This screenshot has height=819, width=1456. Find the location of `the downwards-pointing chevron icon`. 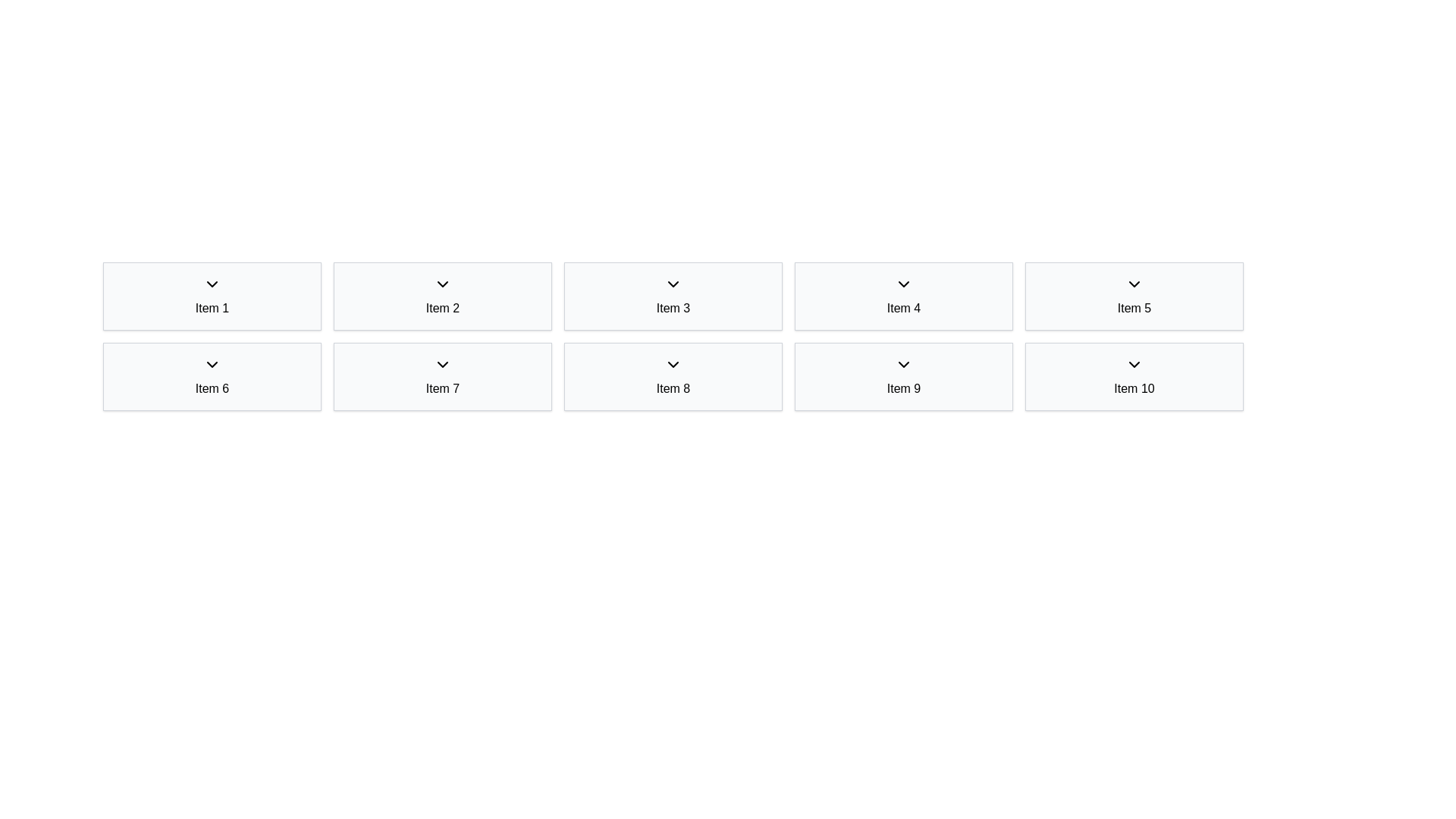

the downwards-pointing chevron icon is located at coordinates (673, 365).